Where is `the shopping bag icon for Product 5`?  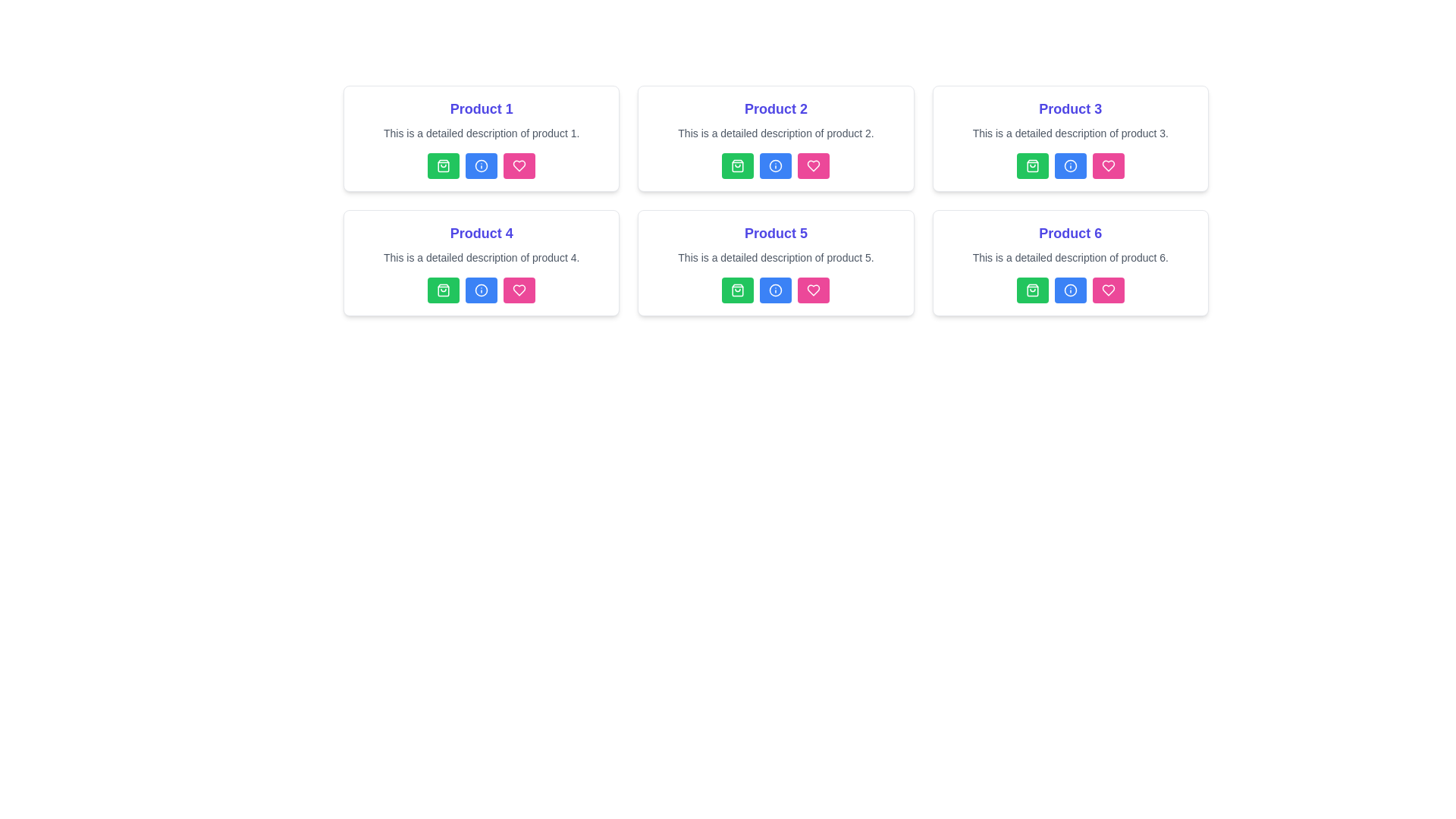
the shopping bag icon for Product 5 is located at coordinates (738, 290).